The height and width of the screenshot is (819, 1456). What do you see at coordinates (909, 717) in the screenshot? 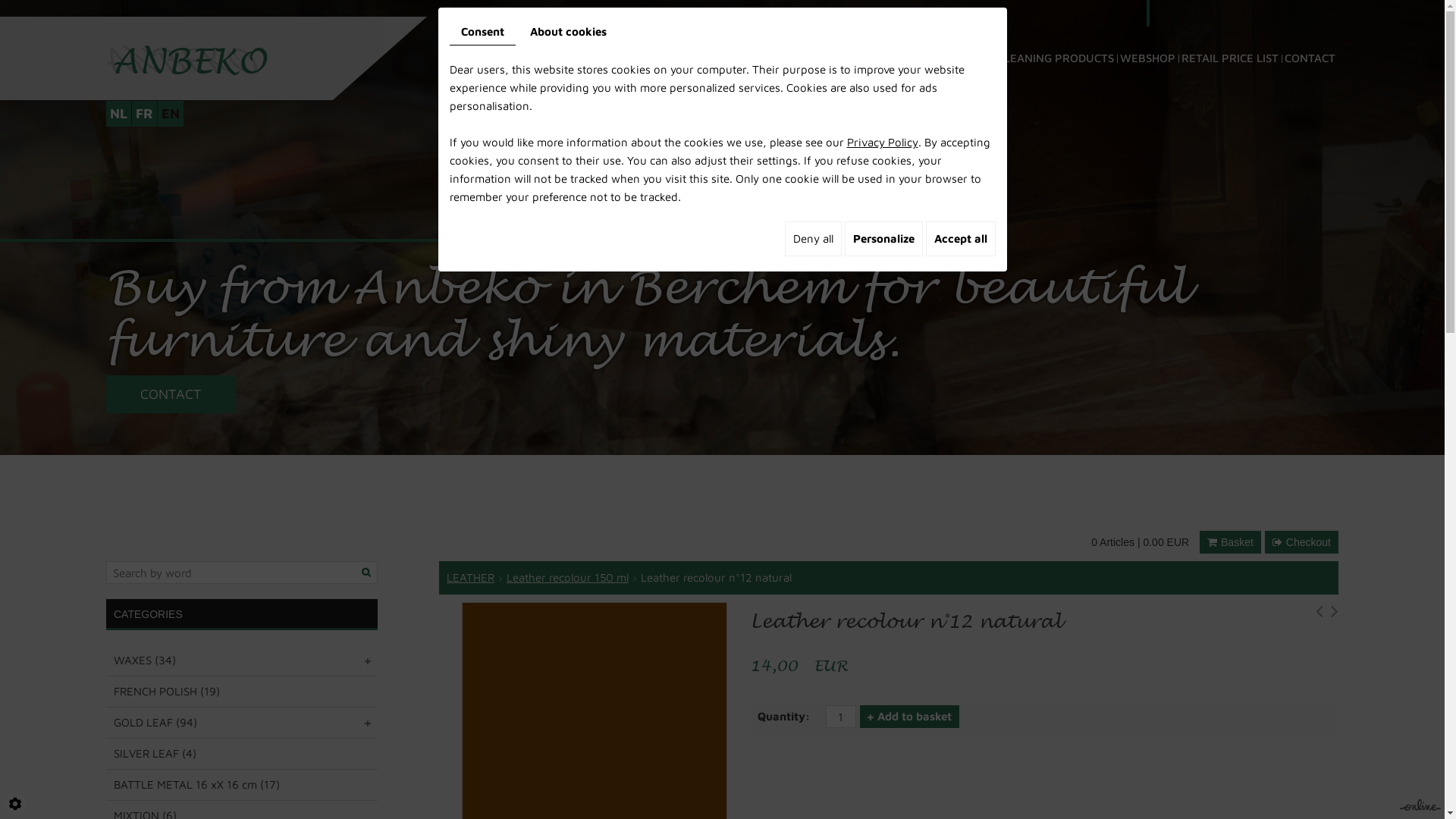
I see `'Add to basket'` at bounding box center [909, 717].